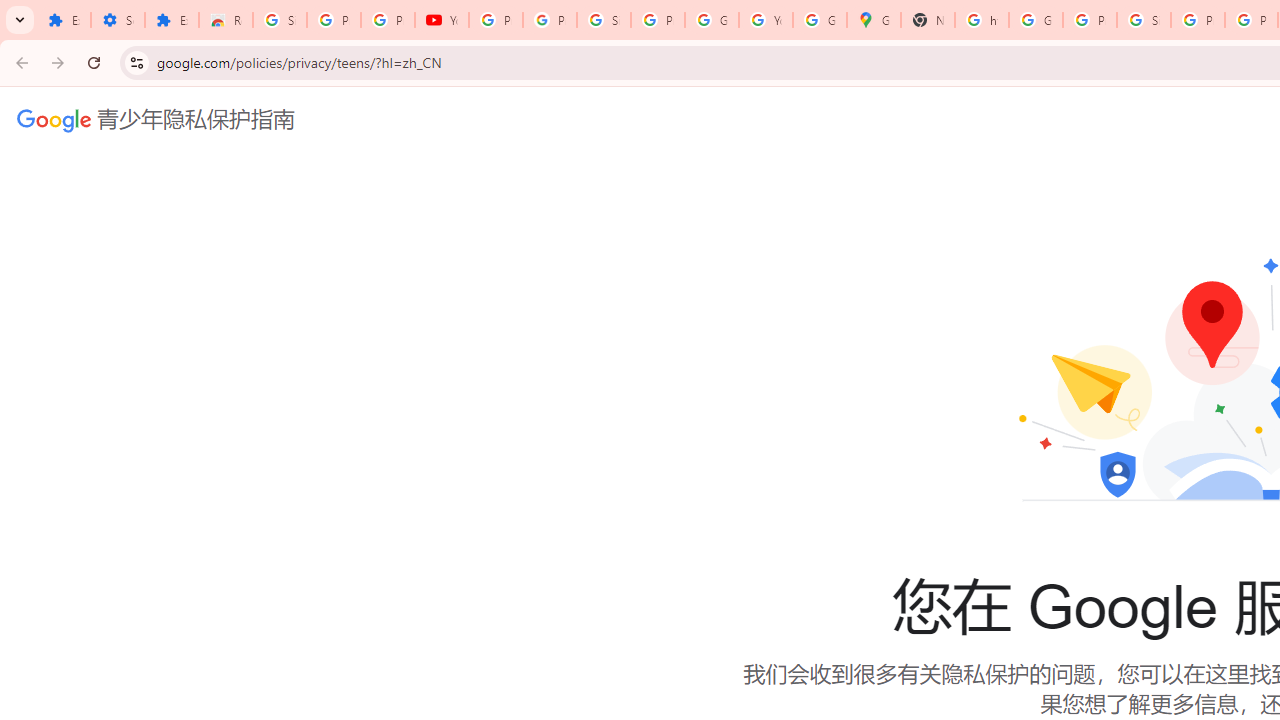  I want to click on 'New Tab', so click(927, 20).